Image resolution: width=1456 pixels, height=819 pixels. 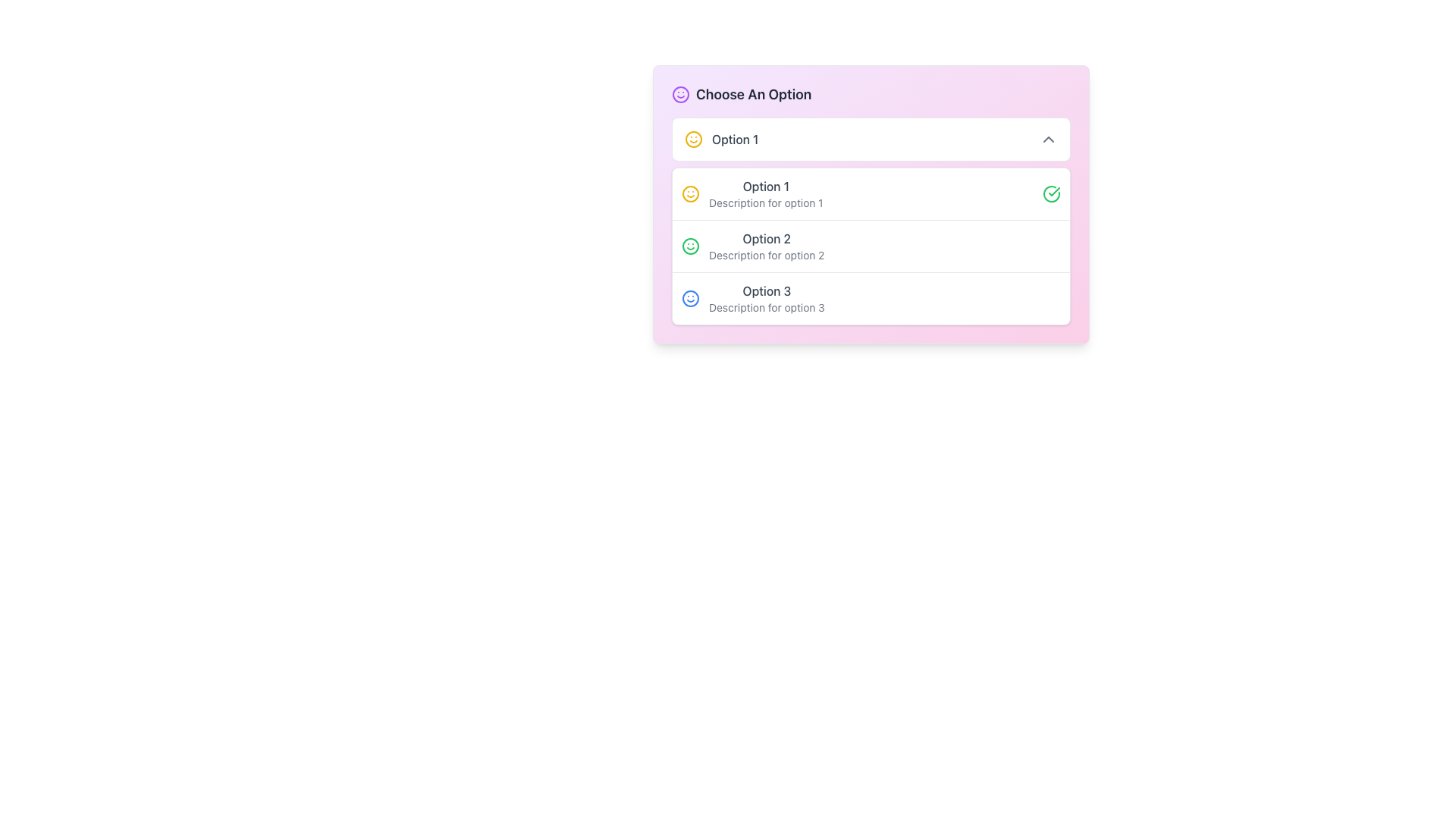 What do you see at coordinates (767, 245) in the screenshot?
I see `to select the list item containing 'Option 2' which is positioned below 'Option 1' and above 'Option 3'` at bounding box center [767, 245].